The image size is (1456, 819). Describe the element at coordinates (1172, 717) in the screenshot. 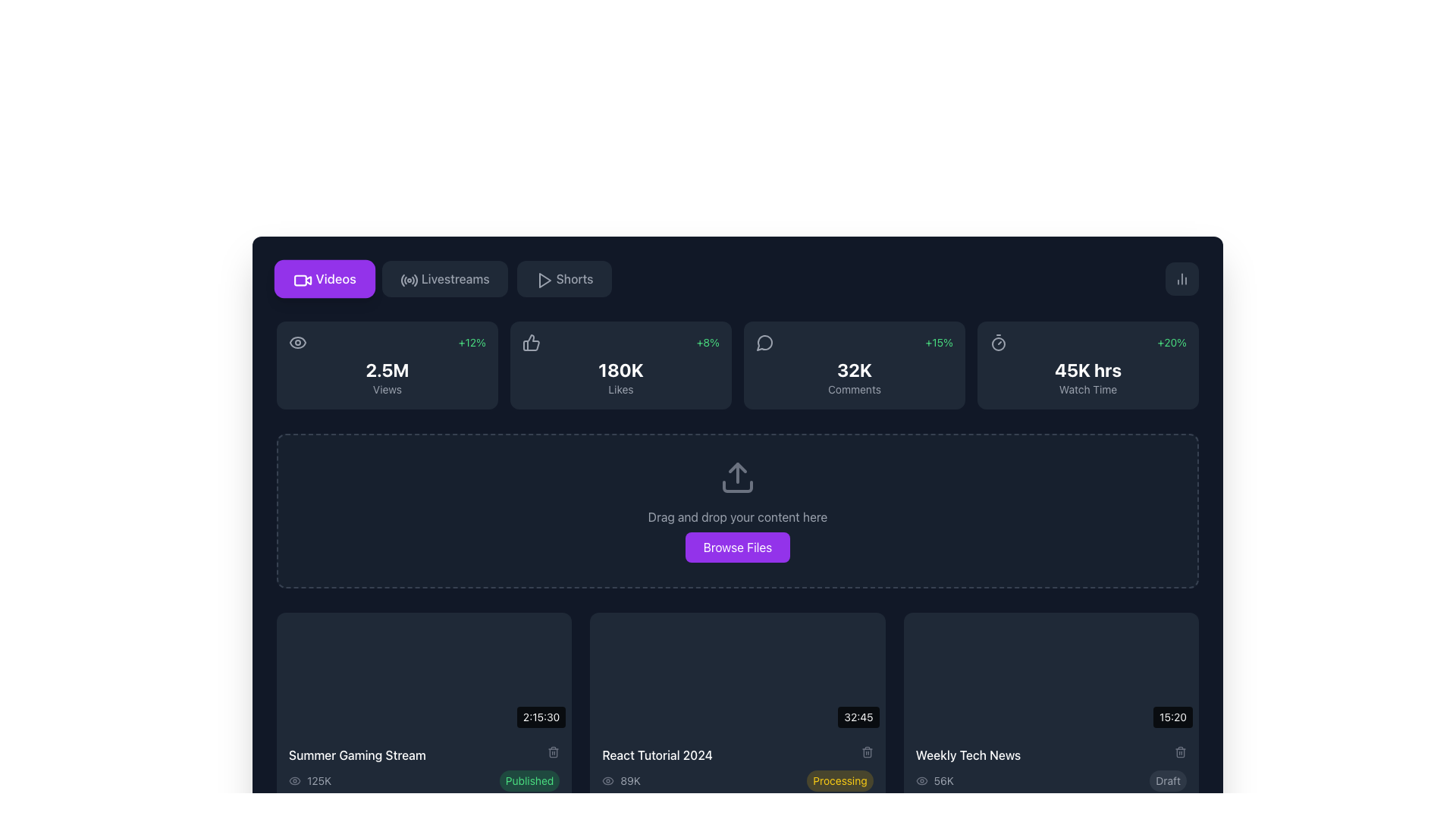

I see `the time information text label styled as a badge located at the bottom-right corner of the media tile` at that location.